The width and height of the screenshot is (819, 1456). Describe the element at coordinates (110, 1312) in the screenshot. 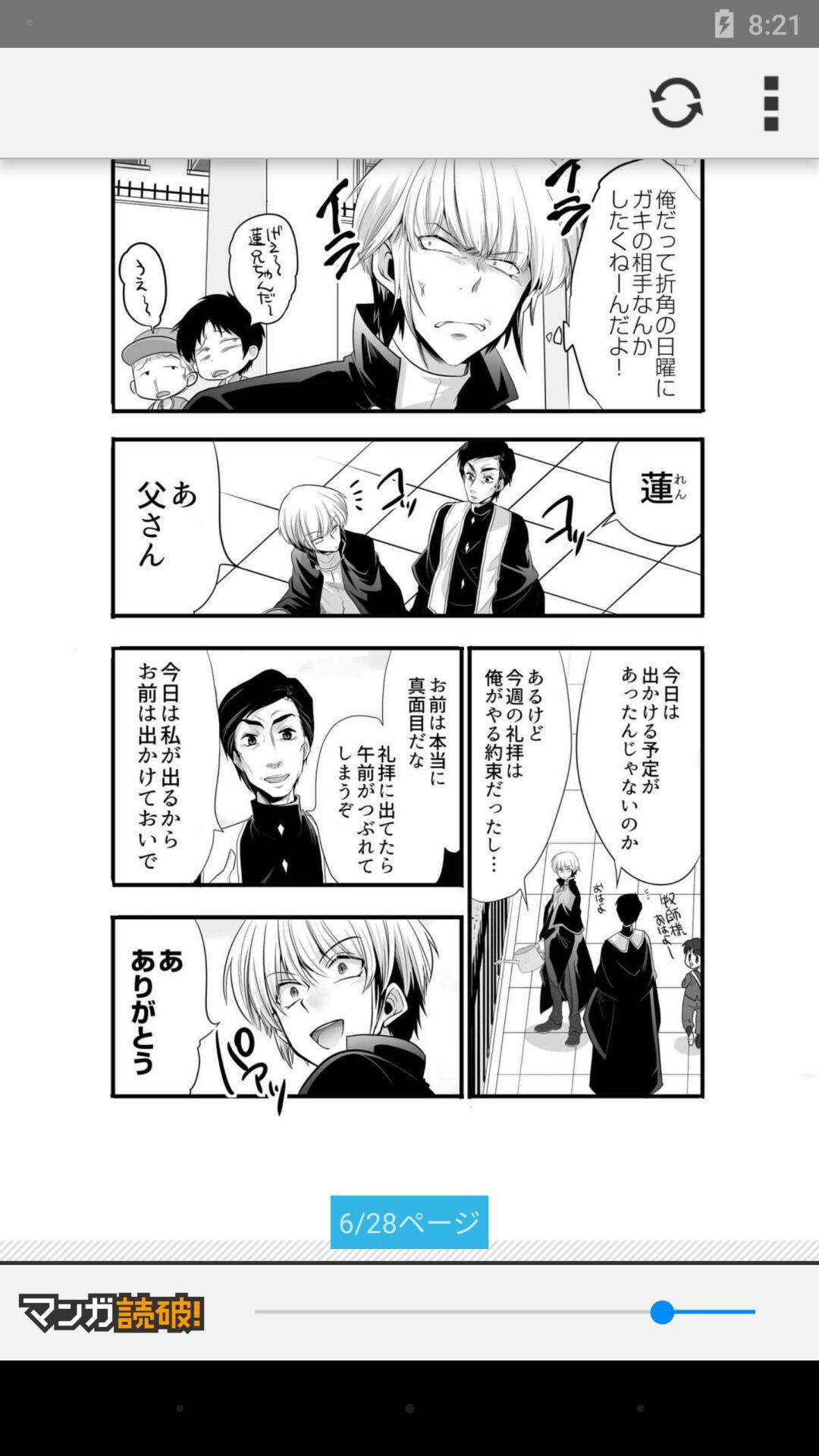

I see `the icon at the bottom left corner` at that location.